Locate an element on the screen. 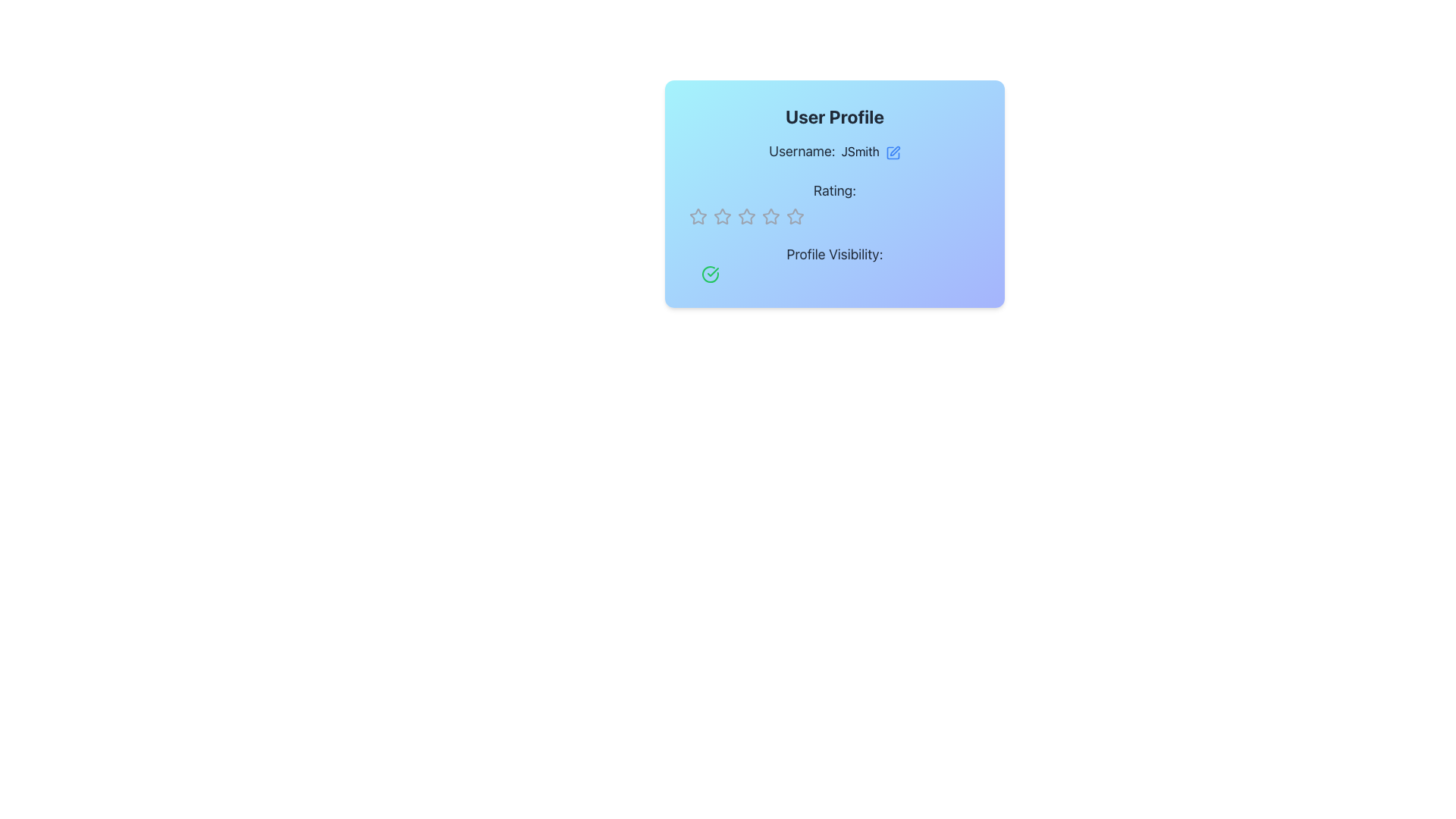 The image size is (1456, 819). the second star in the rating system located under the 'Rating:' label in the 'User Profile' card interface is located at coordinates (722, 216).